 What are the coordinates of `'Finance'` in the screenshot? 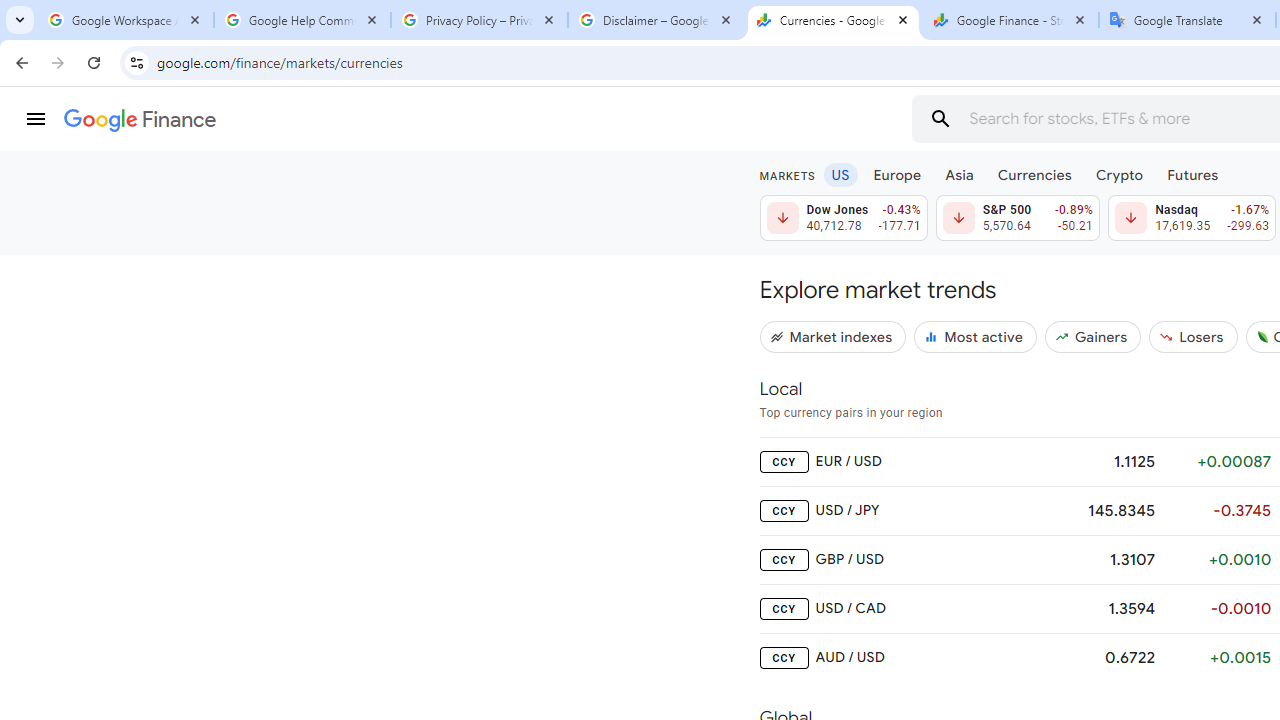 It's located at (139, 120).